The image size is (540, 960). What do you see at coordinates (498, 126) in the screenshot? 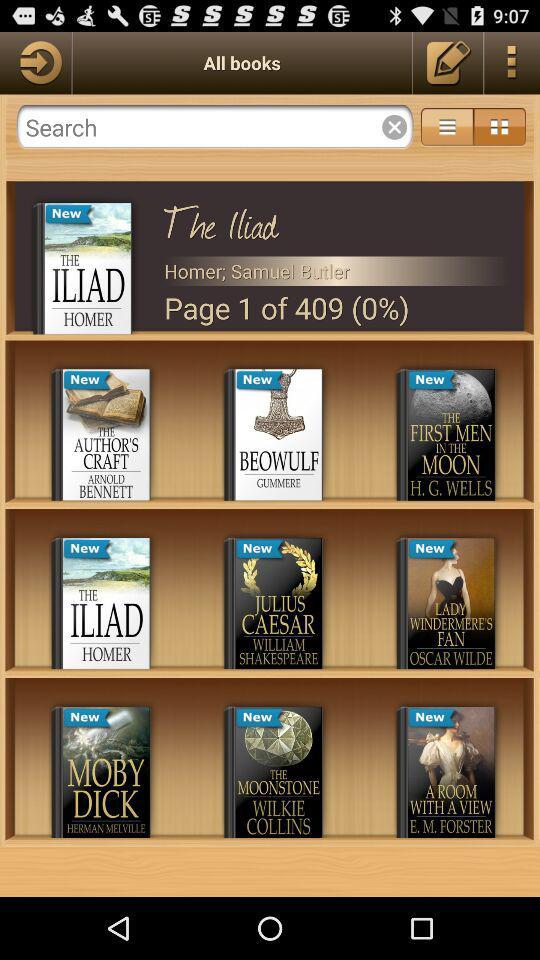
I see `switch to grid view` at bounding box center [498, 126].